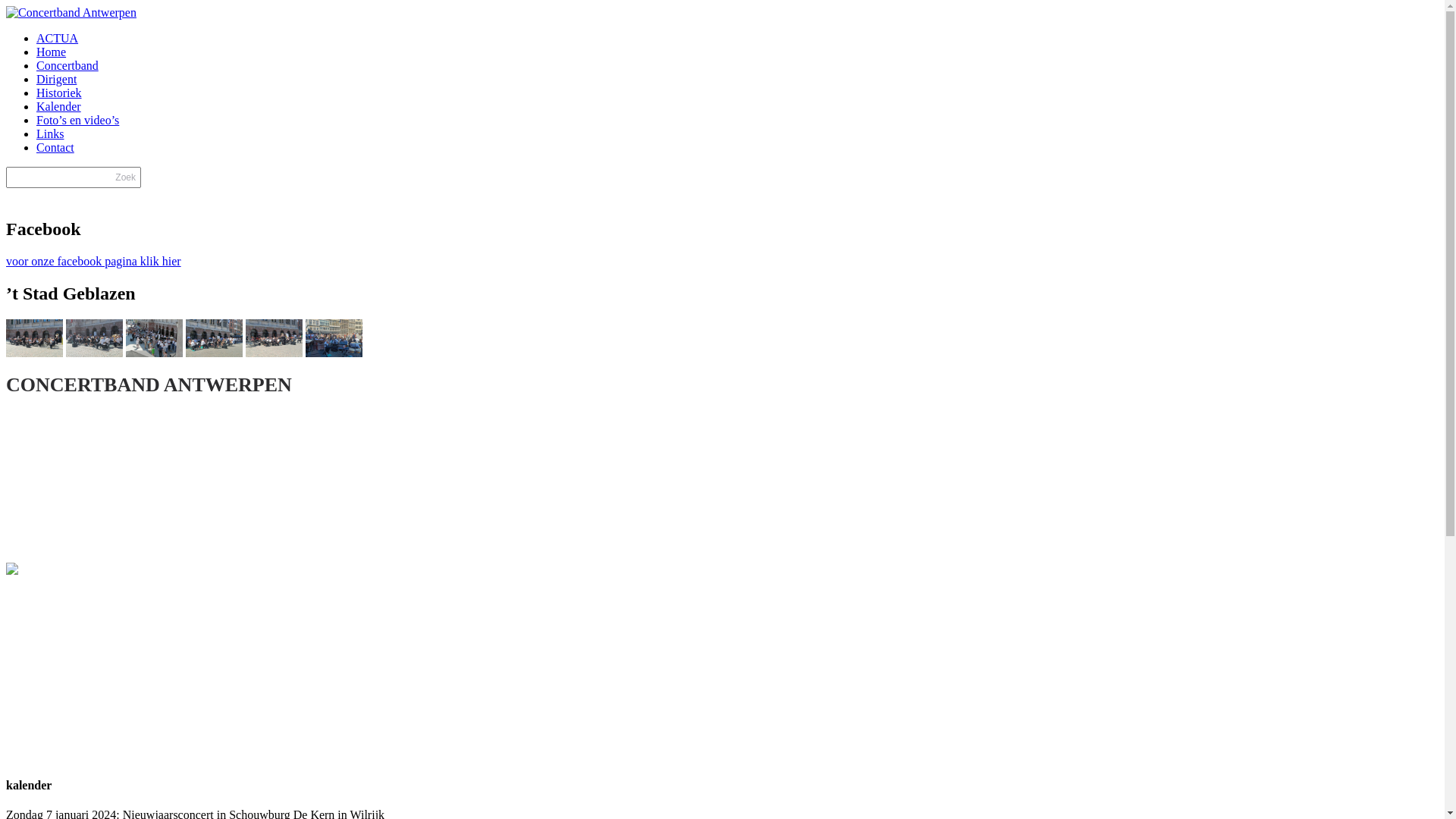  Describe the element at coordinates (67, 64) in the screenshot. I see `'Concertband'` at that location.